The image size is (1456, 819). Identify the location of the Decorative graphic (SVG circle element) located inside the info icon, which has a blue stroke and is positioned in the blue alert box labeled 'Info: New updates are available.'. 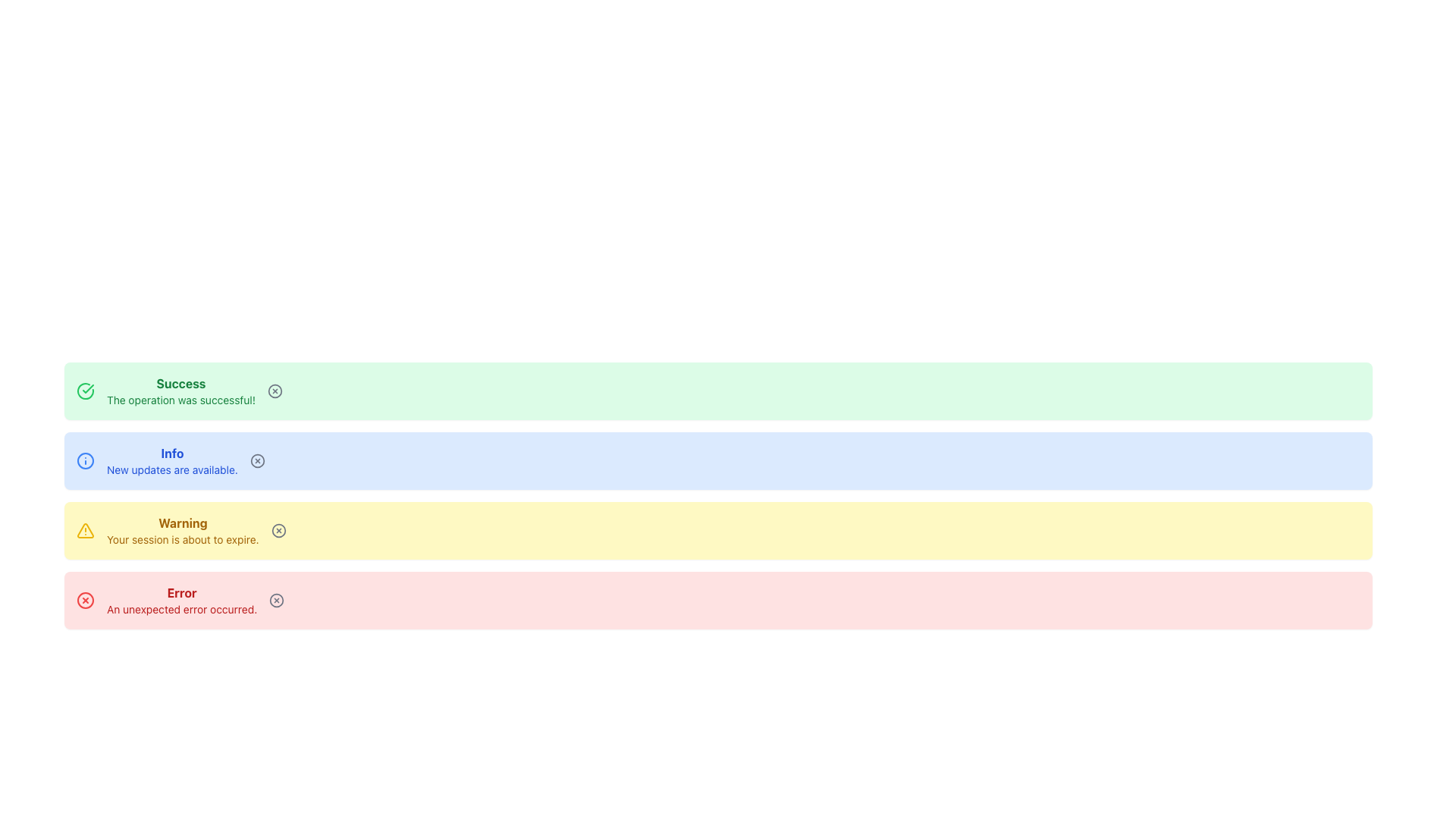
(85, 460).